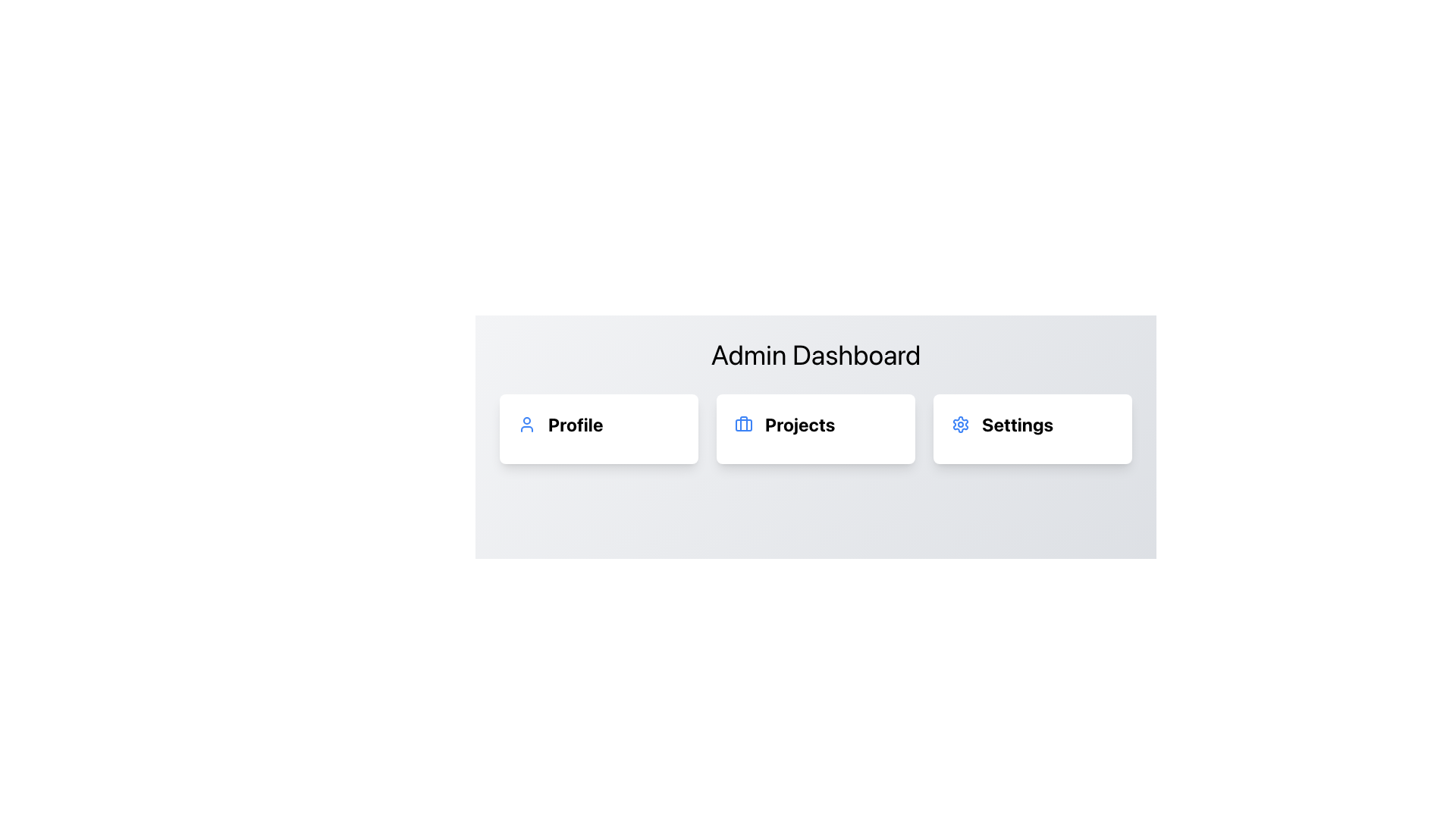 The width and height of the screenshot is (1456, 819). What do you see at coordinates (527, 424) in the screenshot?
I see `the user profile icon located in the top-left of the 'Profile' card, which is part of the horizontal list of cards` at bounding box center [527, 424].